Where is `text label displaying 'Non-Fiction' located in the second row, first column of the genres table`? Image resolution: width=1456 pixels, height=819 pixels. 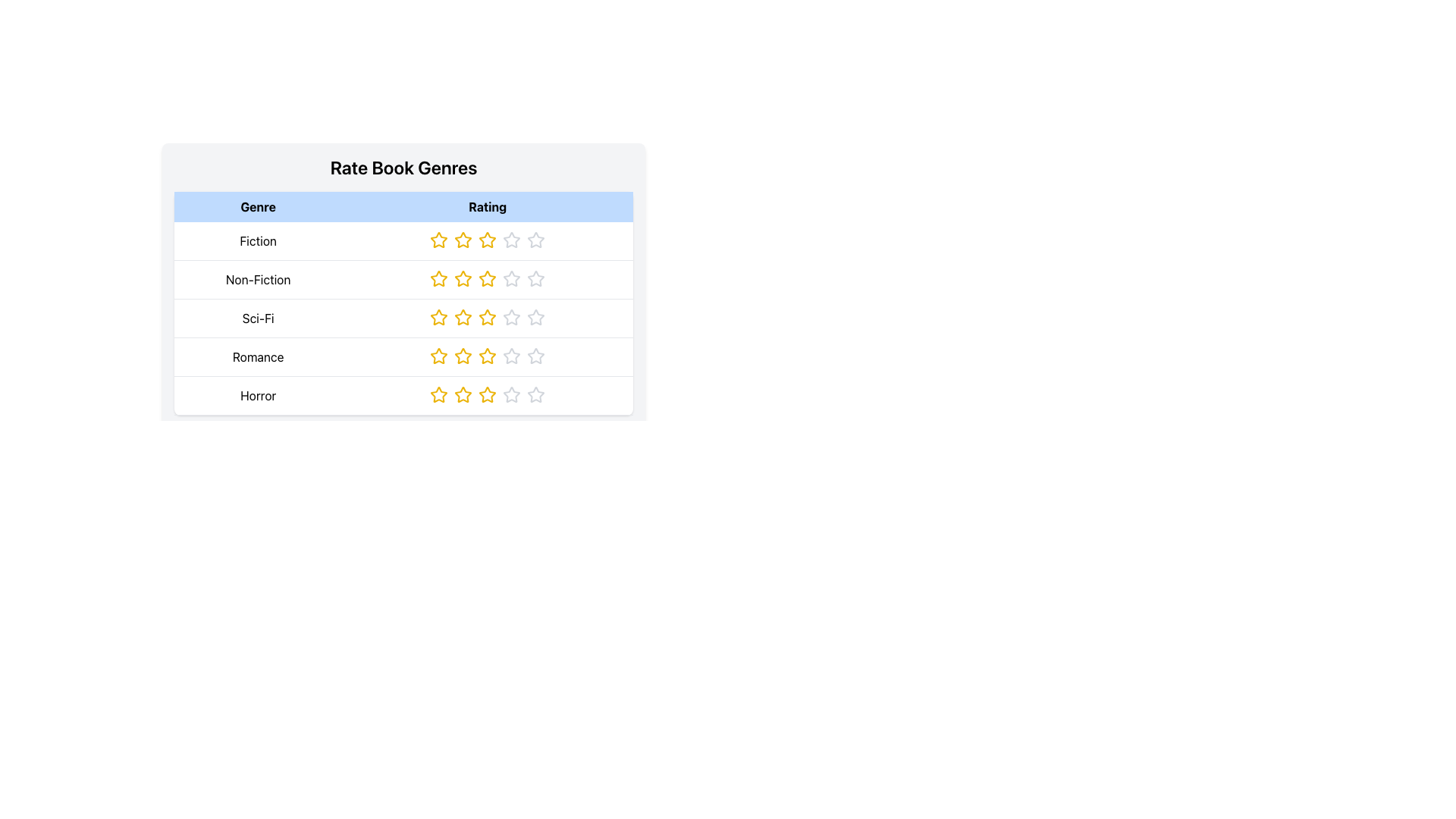 text label displaying 'Non-Fiction' located in the second row, first column of the genres table is located at coordinates (258, 280).